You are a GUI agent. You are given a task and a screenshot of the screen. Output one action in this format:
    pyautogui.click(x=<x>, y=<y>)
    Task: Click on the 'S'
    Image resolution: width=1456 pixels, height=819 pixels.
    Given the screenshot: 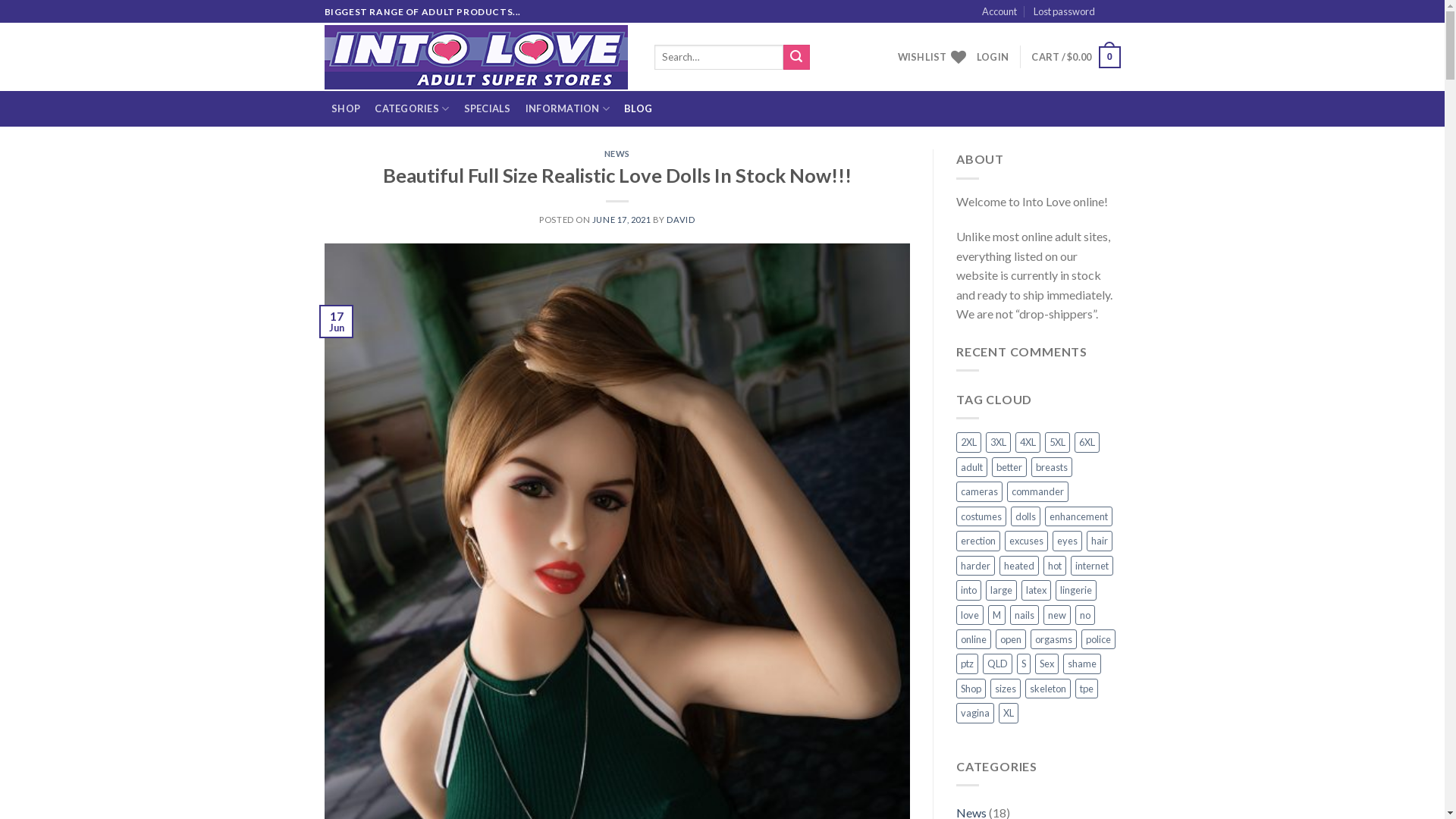 What is the action you would take?
    pyautogui.click(x=1023, y=663)
    